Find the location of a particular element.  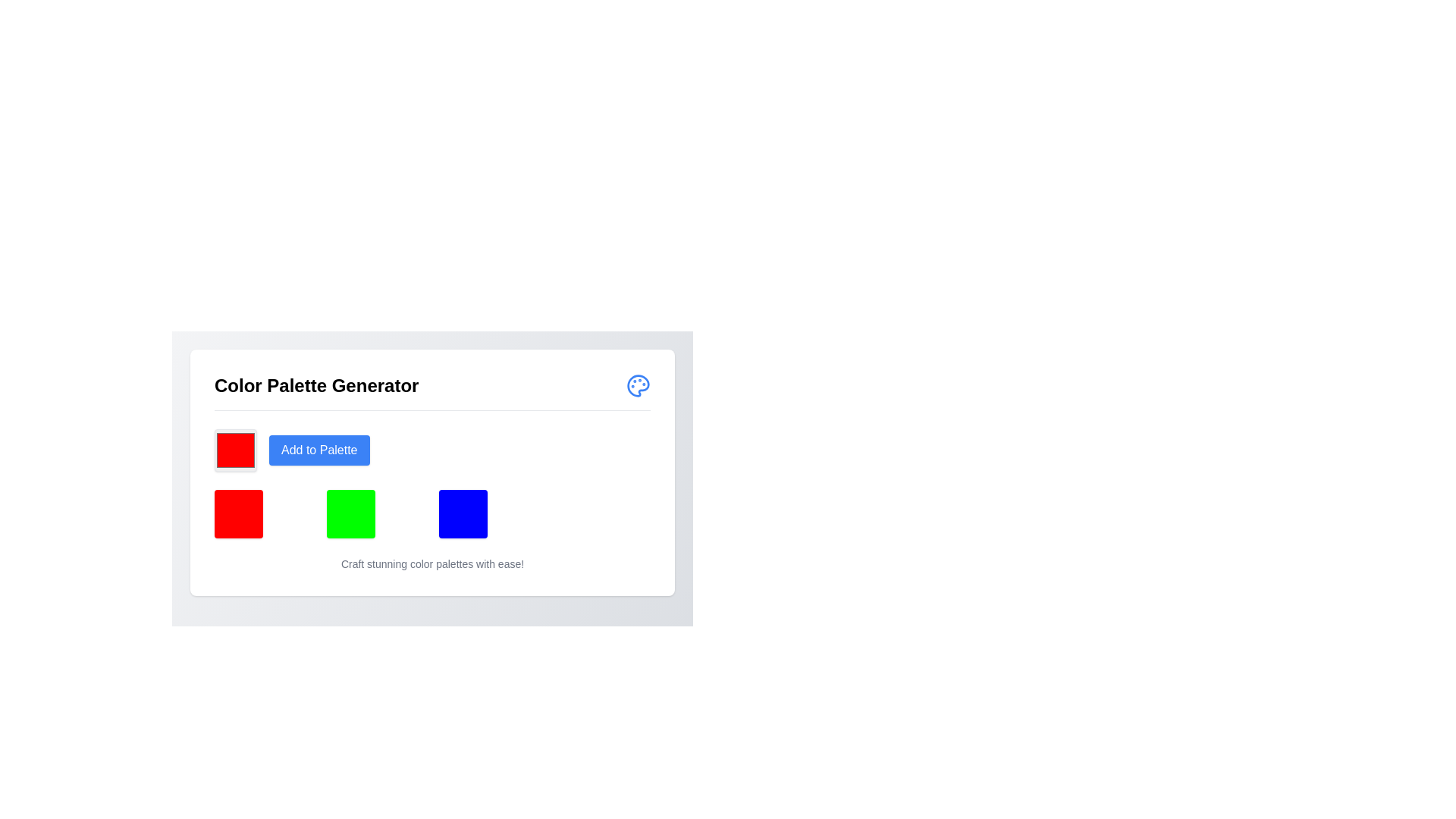

the static display element, which is the second square in a row of three, with a bright green background and rounded corners, positioned between a red square on the left and a blue square on the right is located at coordinates (350, 513).